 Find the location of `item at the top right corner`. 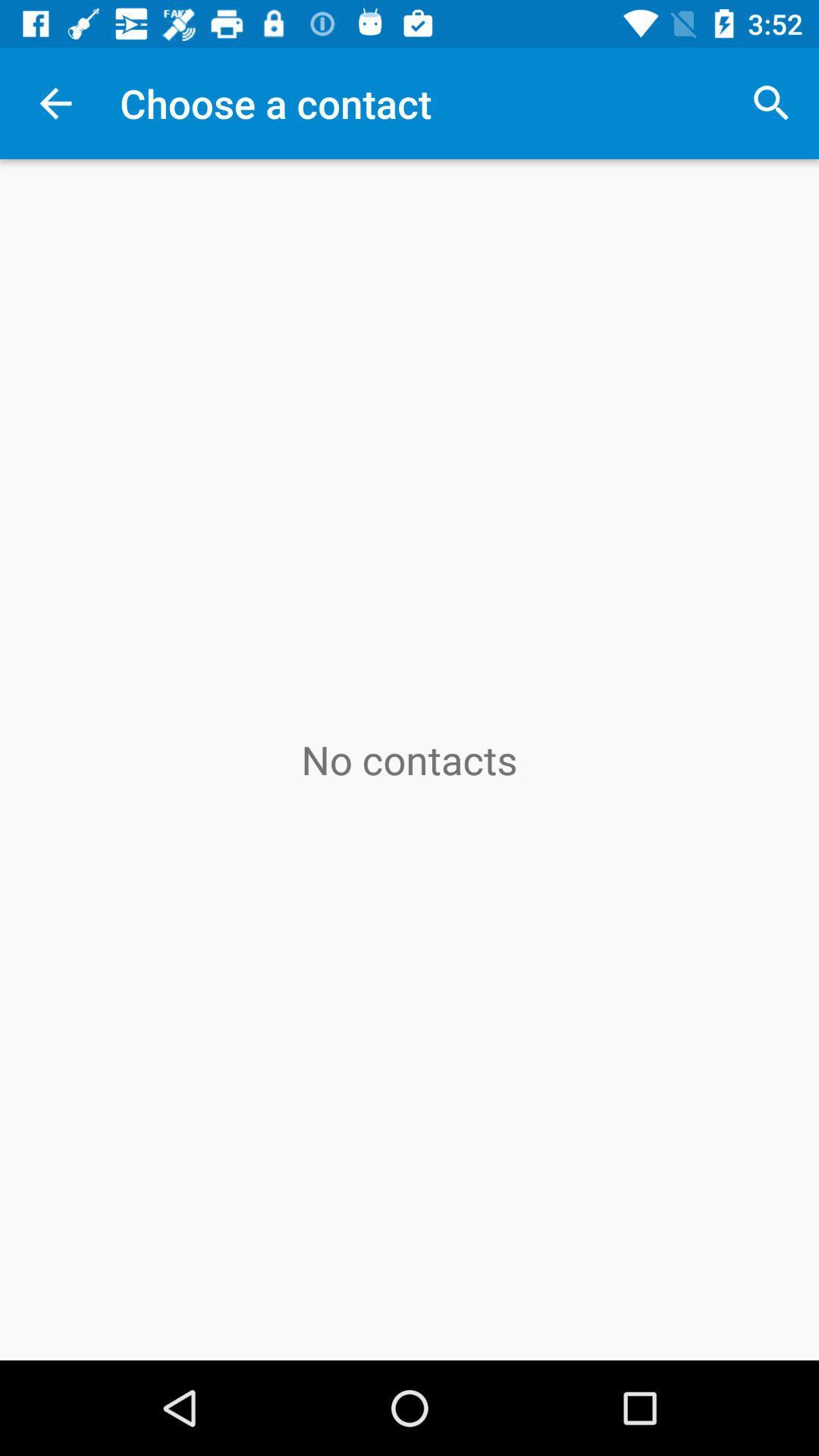

item at the top right corner is located at coordinates (771, 102).